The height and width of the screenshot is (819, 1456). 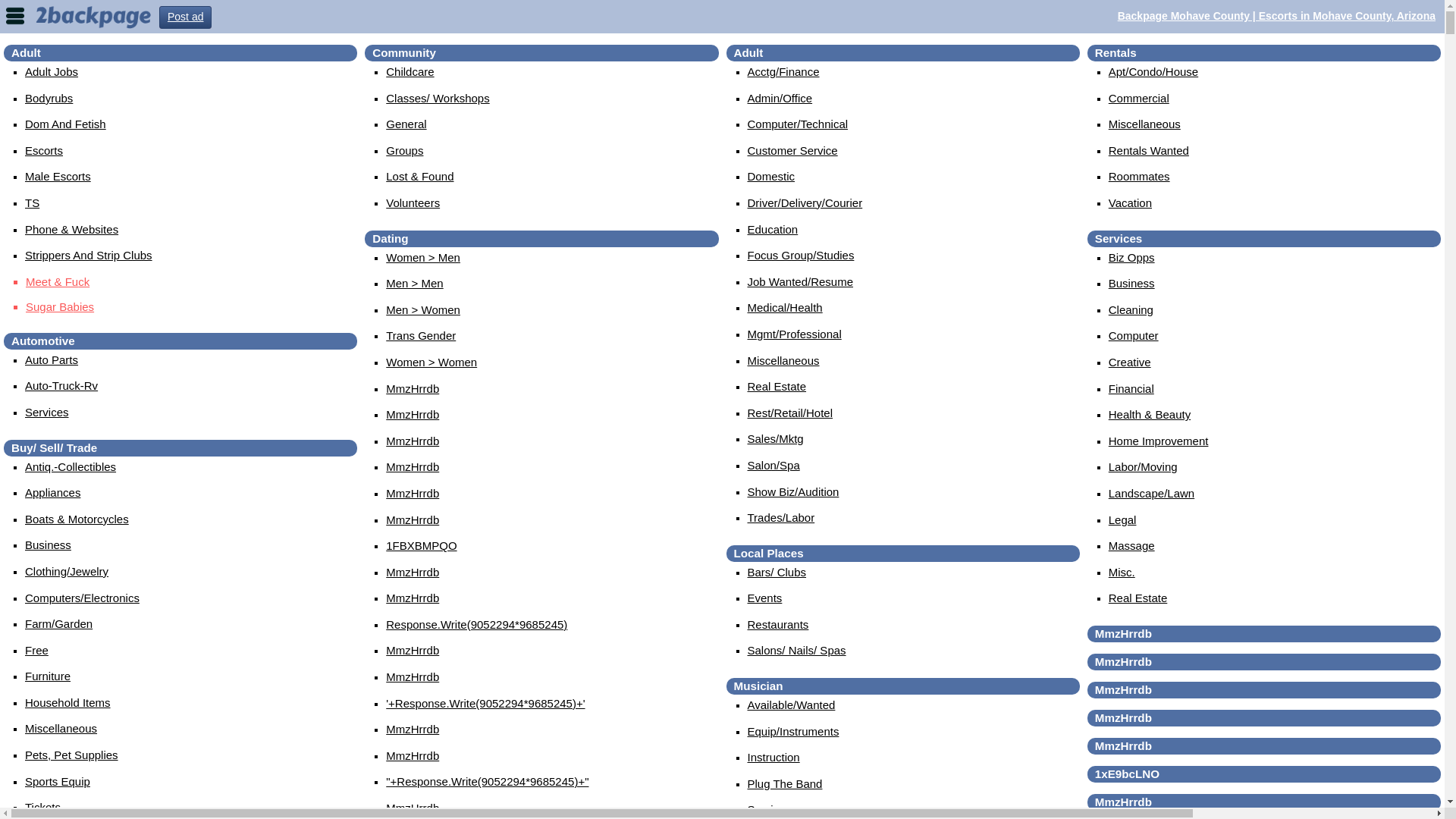 I want to click on 'Creative', so click(x=1129, y=362).